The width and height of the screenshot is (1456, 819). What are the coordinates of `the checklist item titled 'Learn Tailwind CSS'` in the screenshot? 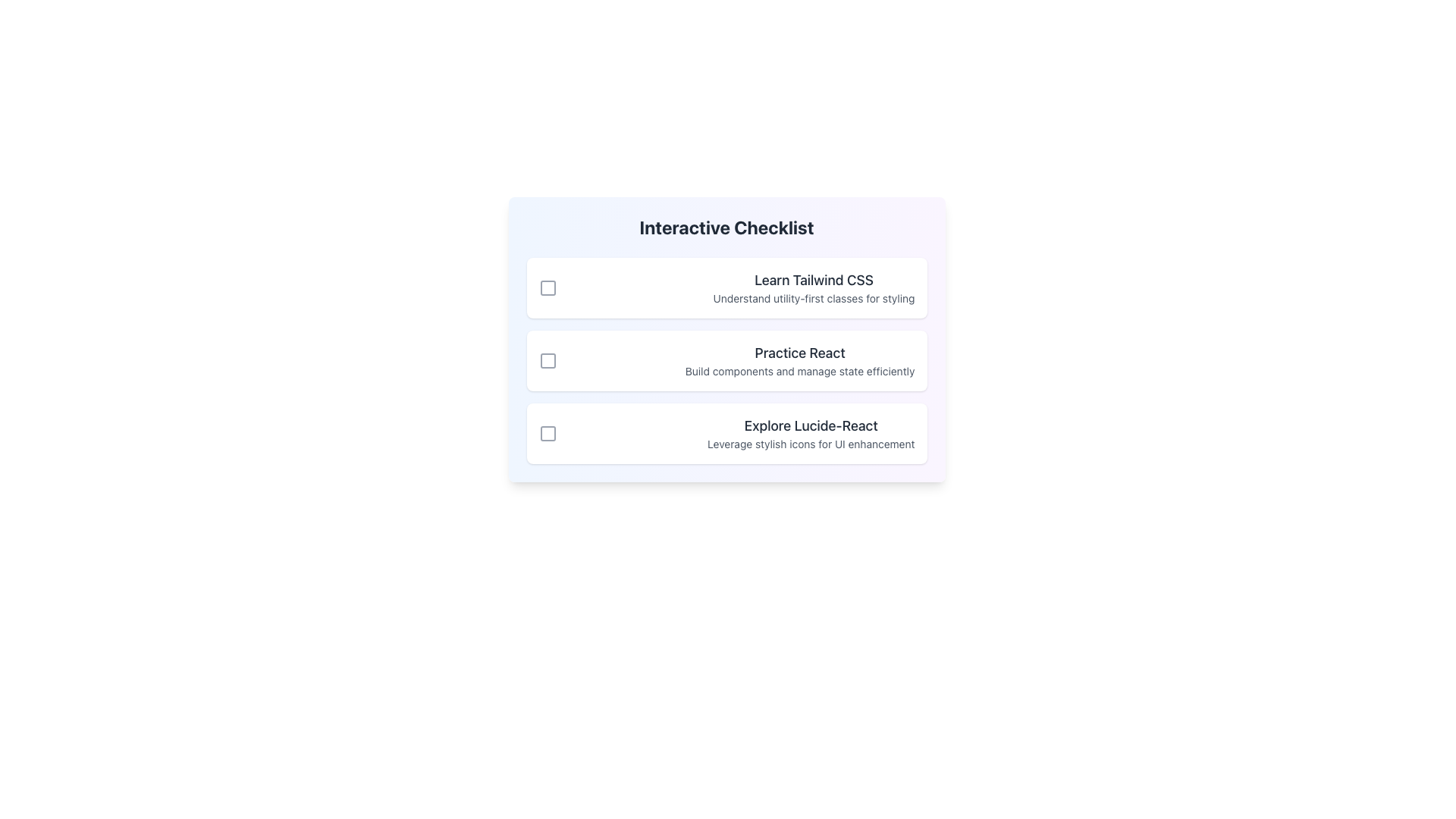 It's located at (726, 288).